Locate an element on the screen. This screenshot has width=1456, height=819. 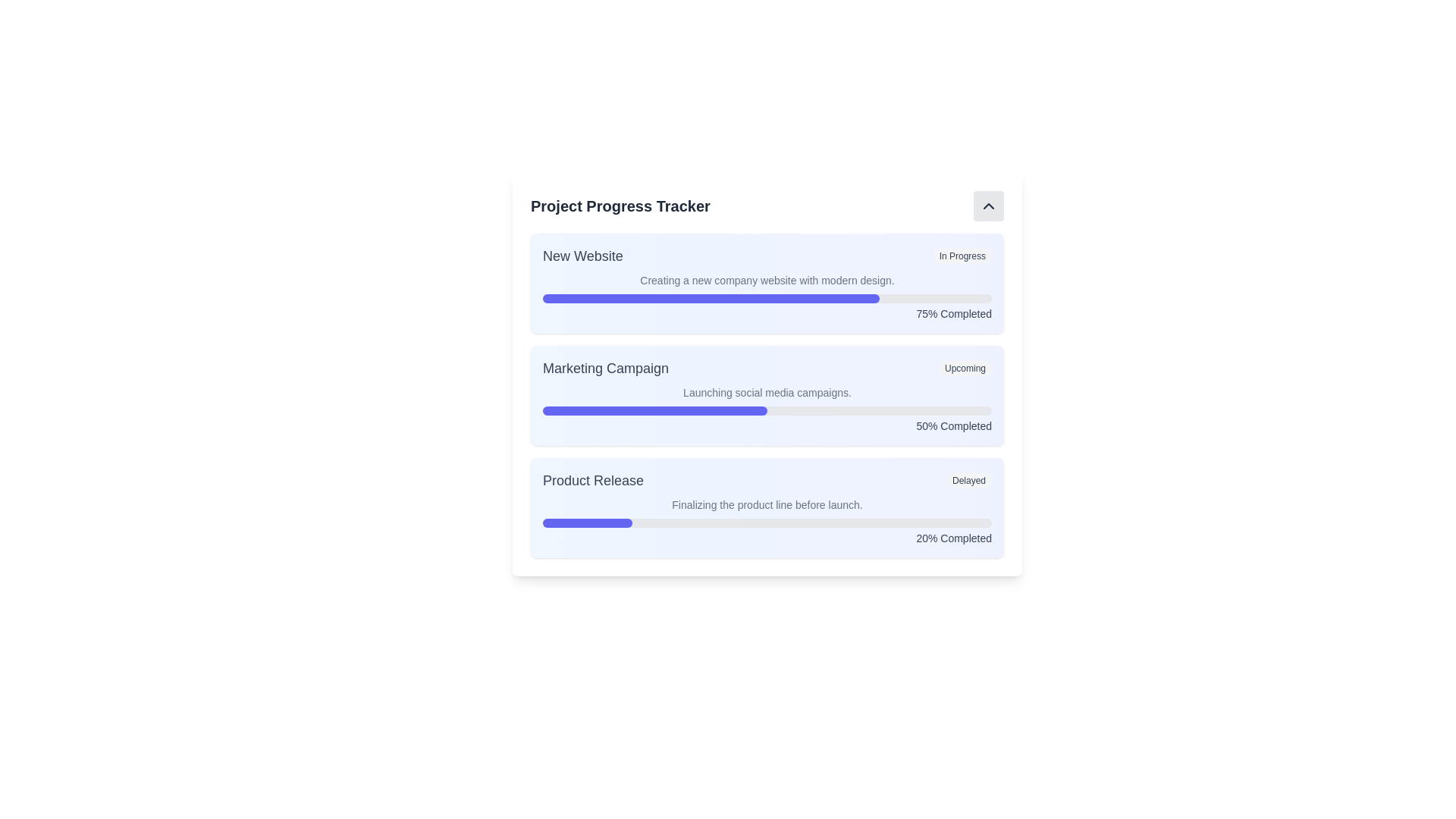
text of the 'Upcoming' status badge located in the upper-right section of the 'Marketing Campaign' header area within the 'Project Progress Tracker' is located at coordinates (964, 369).